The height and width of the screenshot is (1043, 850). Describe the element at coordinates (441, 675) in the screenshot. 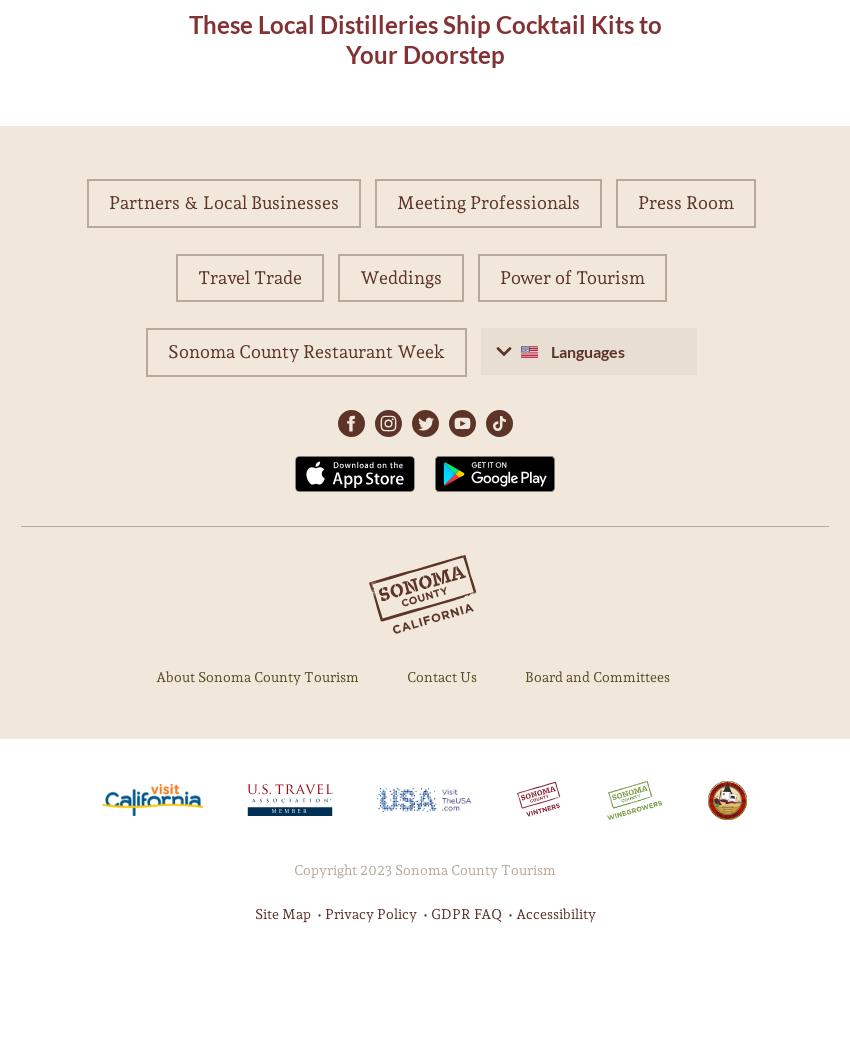

I see `'Contact Us'` at that location.